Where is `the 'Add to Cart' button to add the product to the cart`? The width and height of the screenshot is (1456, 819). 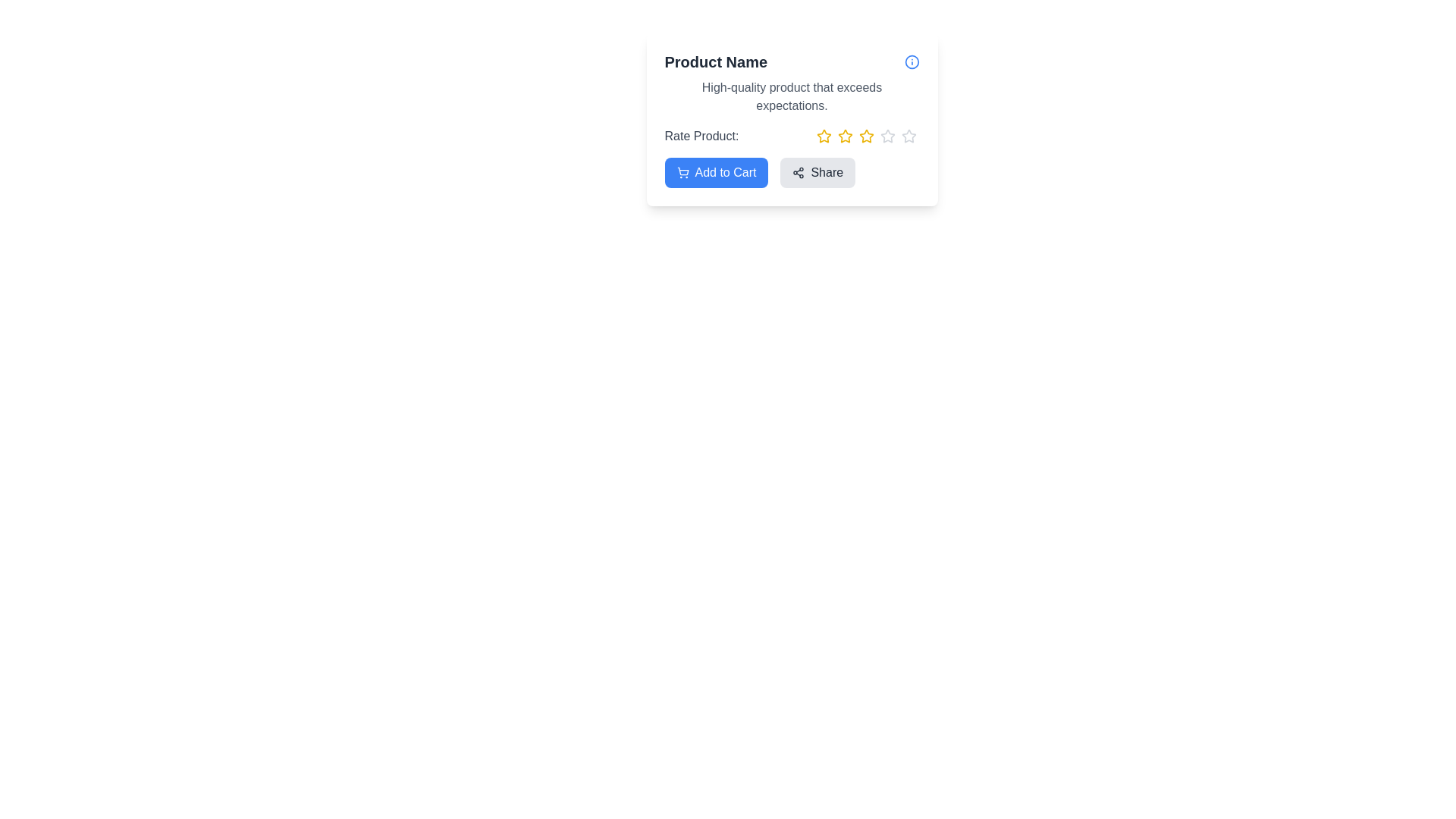
the 'Add to Cart' button to add the product to the cart is located at coordinates (716, 171).